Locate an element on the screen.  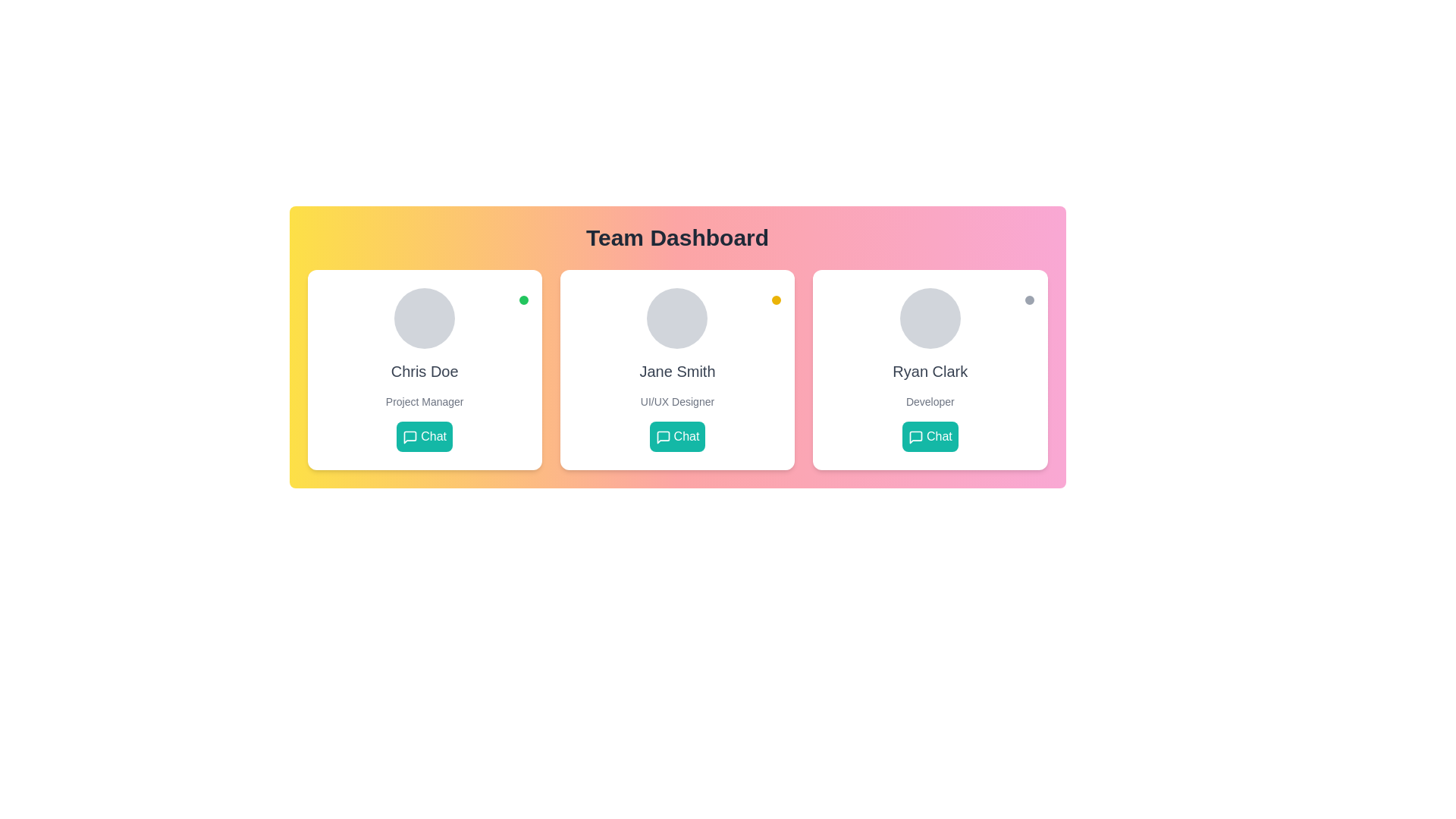
the Text label that indicates the professional role of the individual 'Chris Doe', located just below the name and above the teal 'Chat' button is located at coordinates (425, 400).